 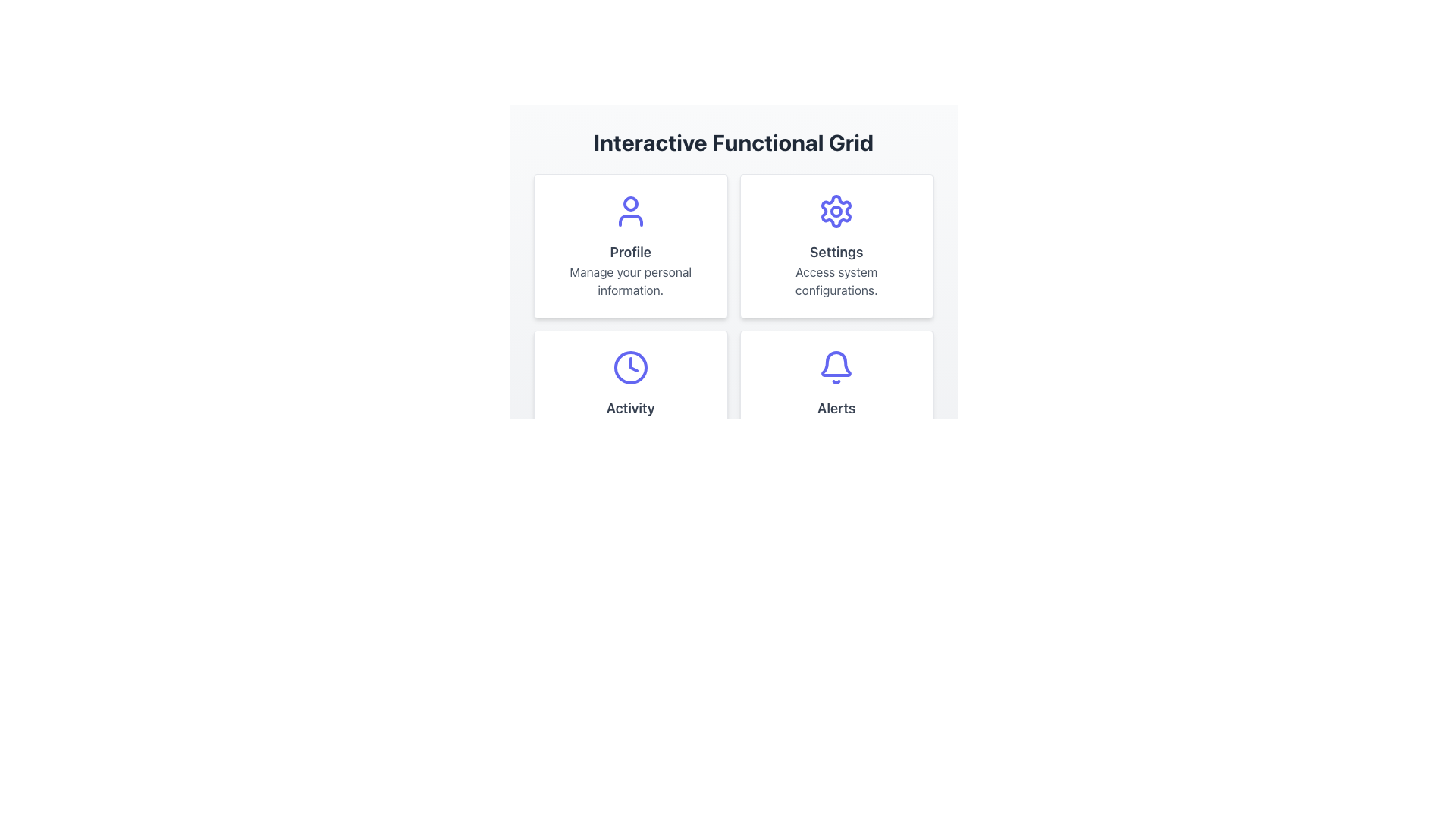 I want to click on the settings icon located in the upper right section of the grid layout, which represents system settings or configuration options, so click(x=836, y=211).